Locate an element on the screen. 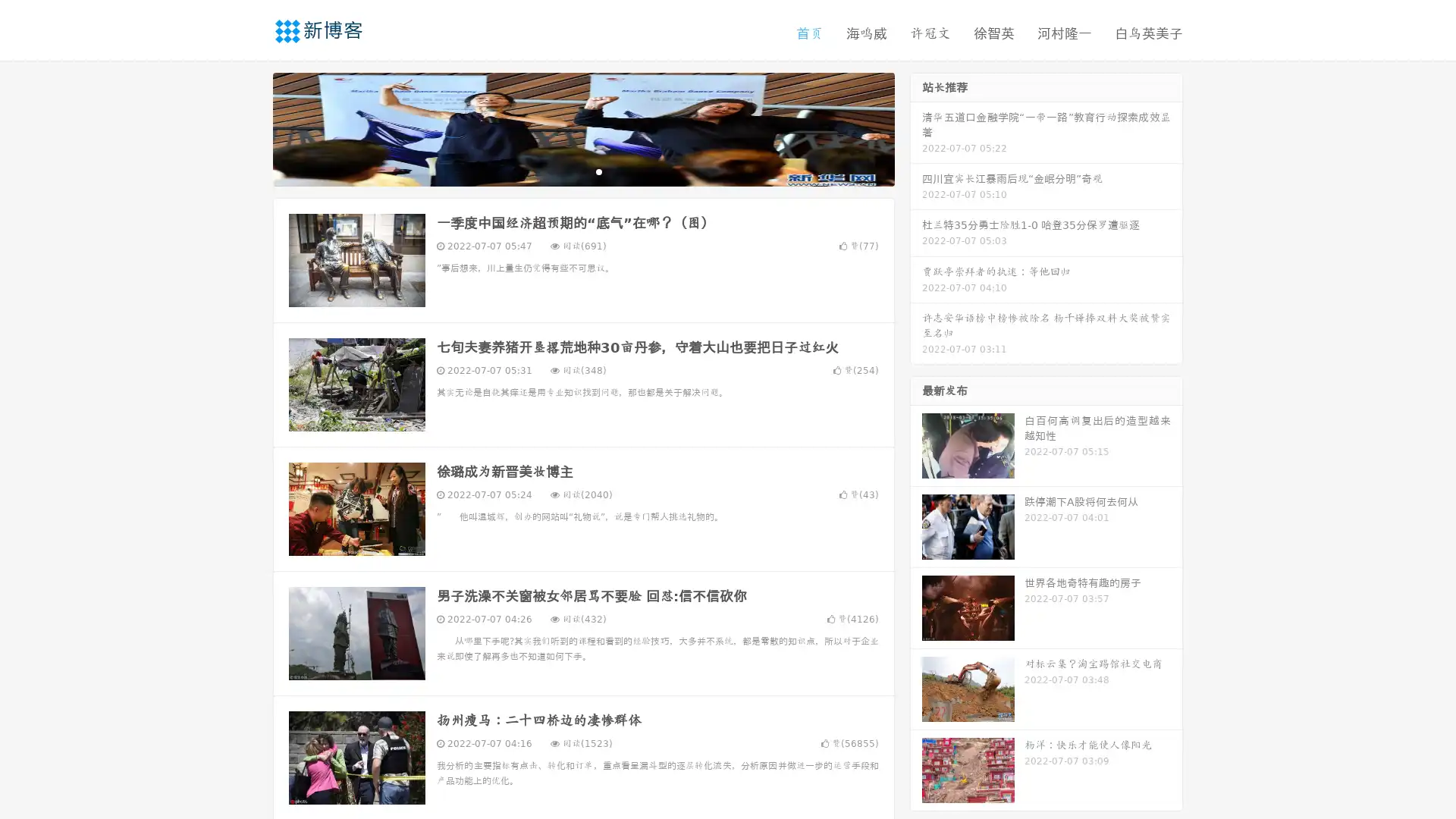 The width and height of the screenshot is (1456, 819). Go to slide 2 is located at coordinates (582, 171).